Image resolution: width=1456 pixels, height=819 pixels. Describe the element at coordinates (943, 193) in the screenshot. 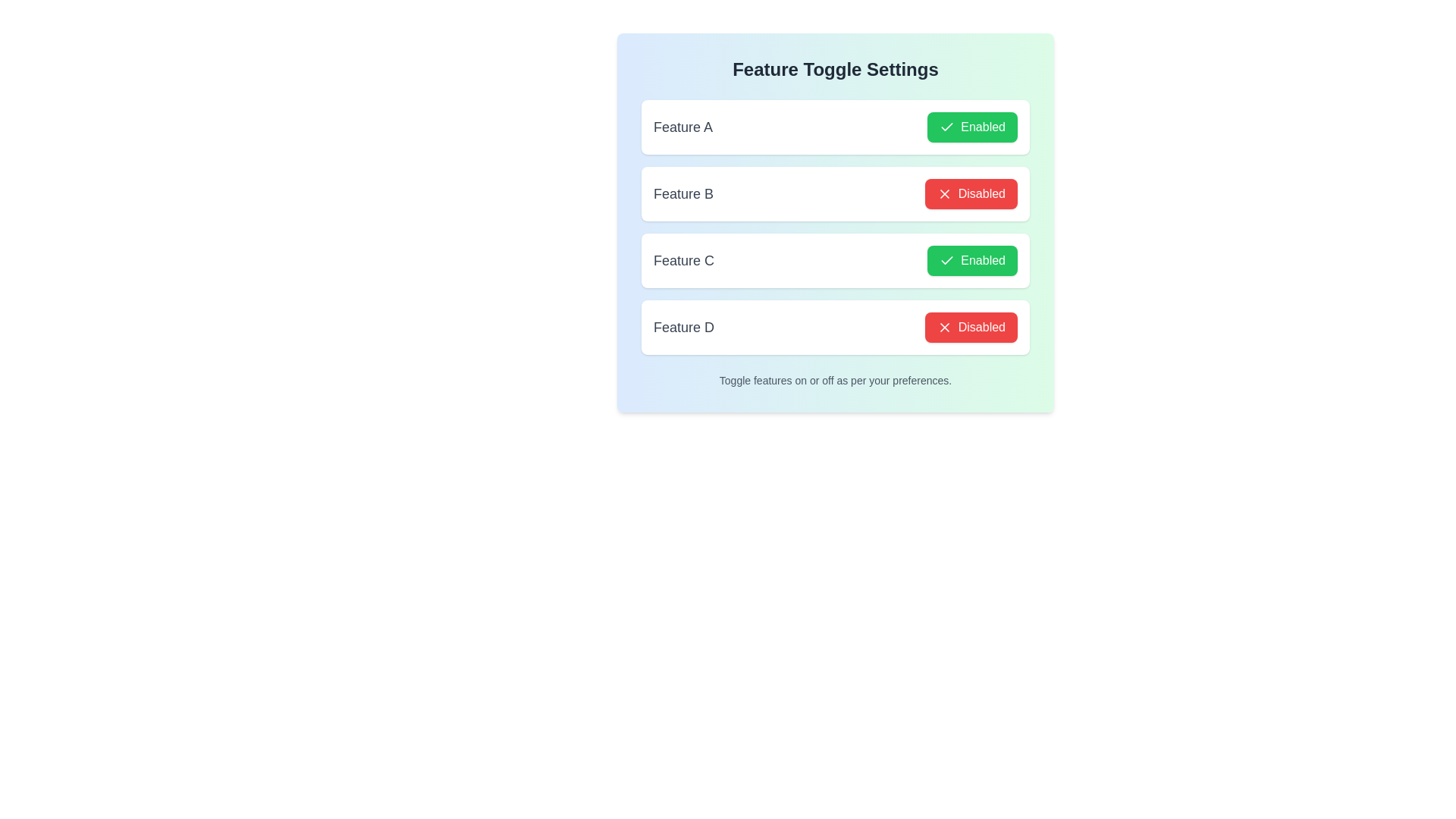

I see `the red 'X' icon located inside the 'Disabled' button in the feature toggle settings for 'Feature B'` at that location.